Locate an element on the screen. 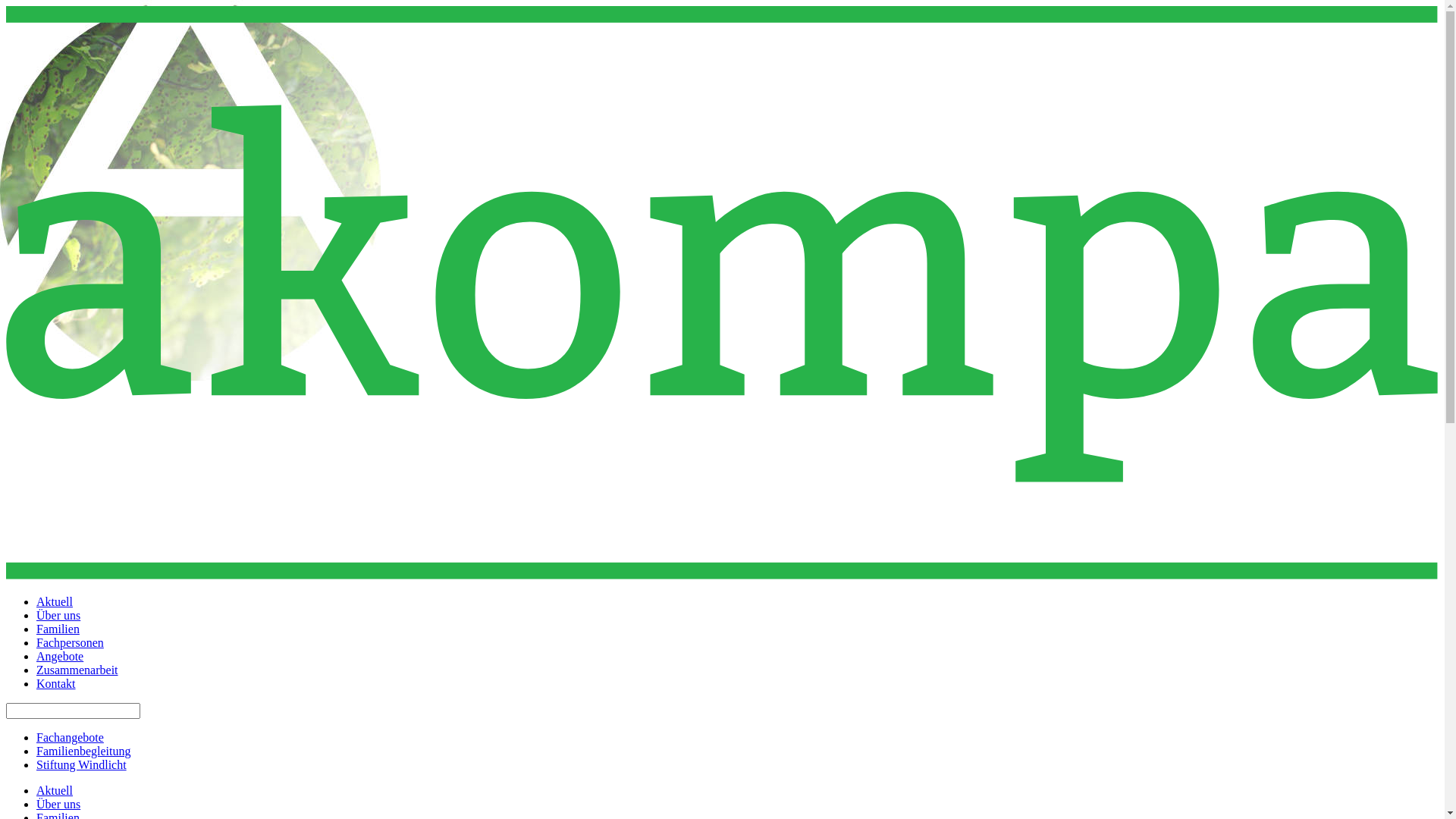  'Fachpersonen' is located at coordinates (69, 642).